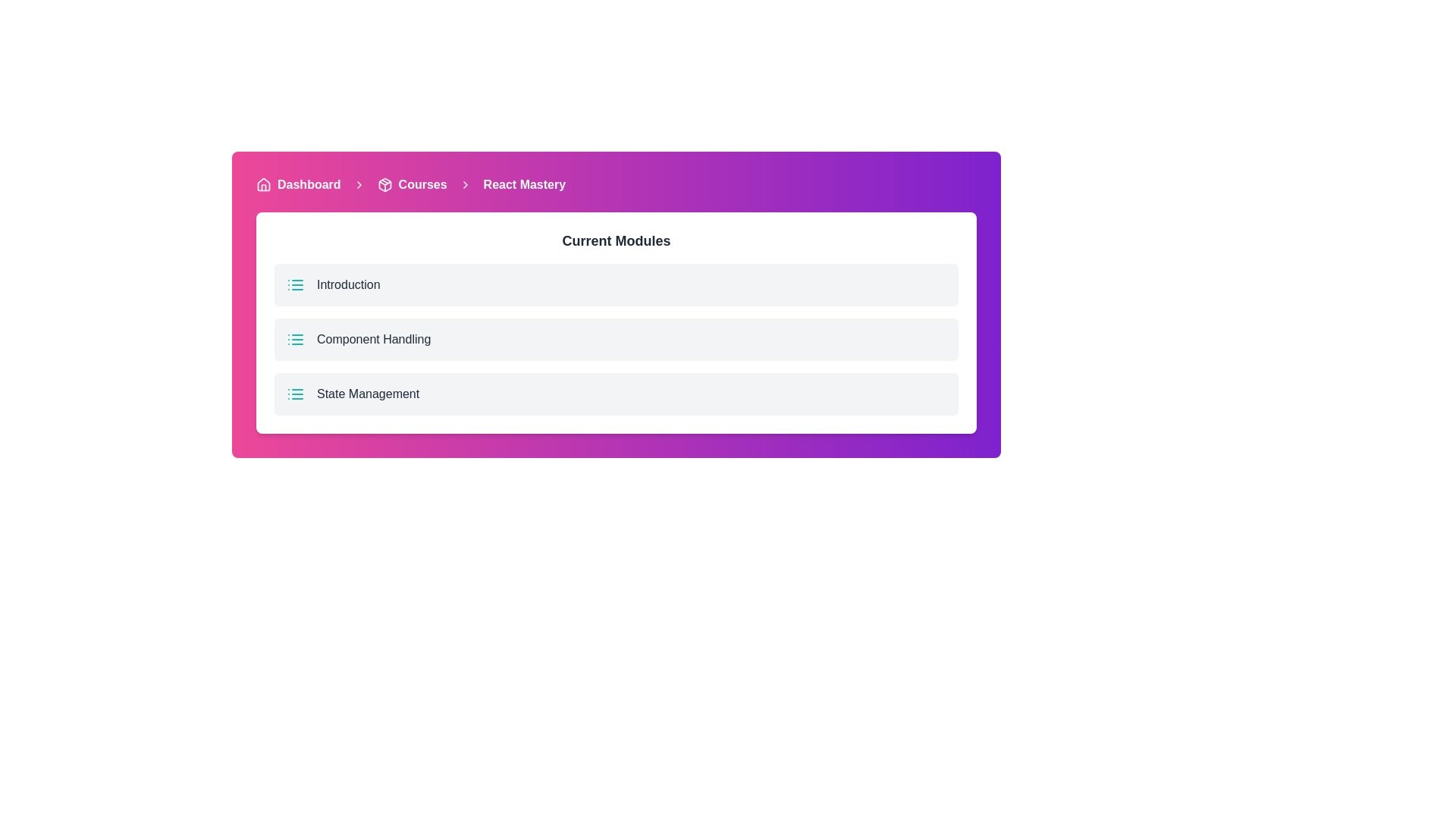 This screenshot has height=819, width=1456. What do you see at coordinates (368, 394) in the screenshot?
I see `the 'State Management' label, which is styled with dark gray text and is the third item in the 'Current Modules' section, located beneath 'Component Handling'` at bounding box center [368, 394].